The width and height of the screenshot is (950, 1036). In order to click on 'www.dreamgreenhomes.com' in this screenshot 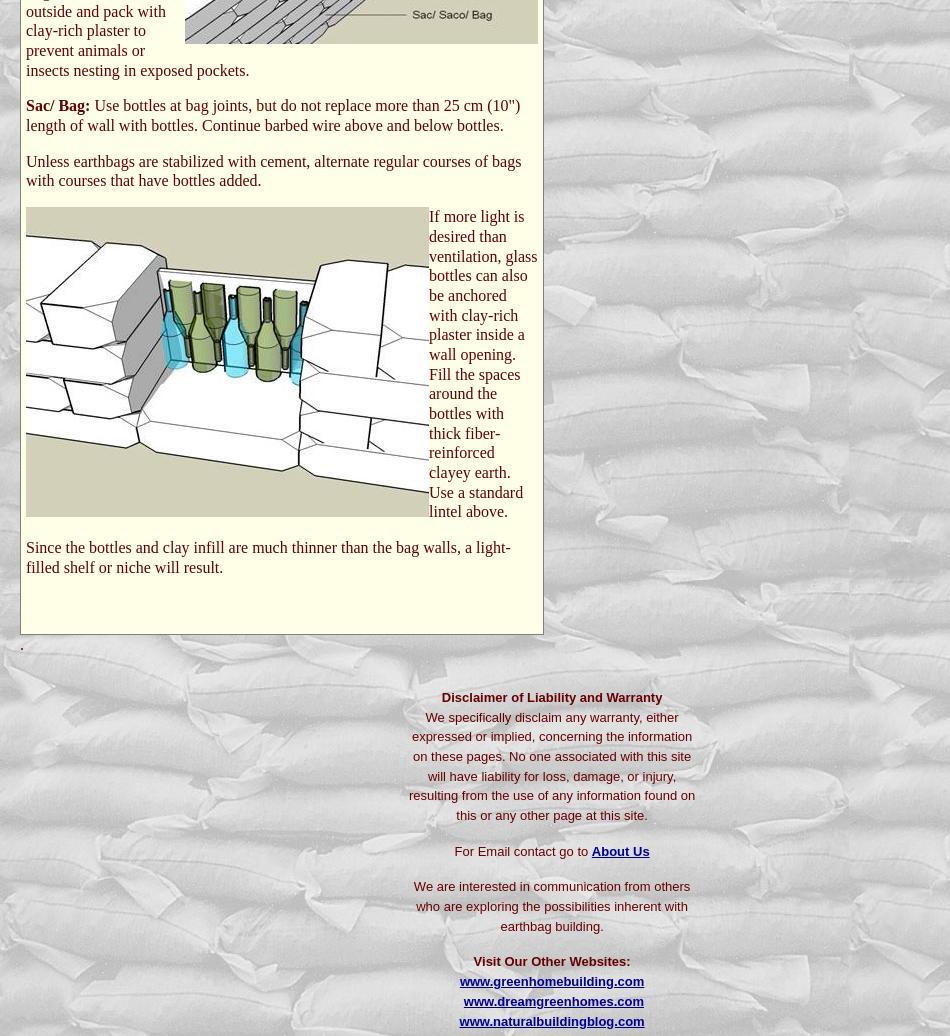, I will do `click(462, 1000)`.